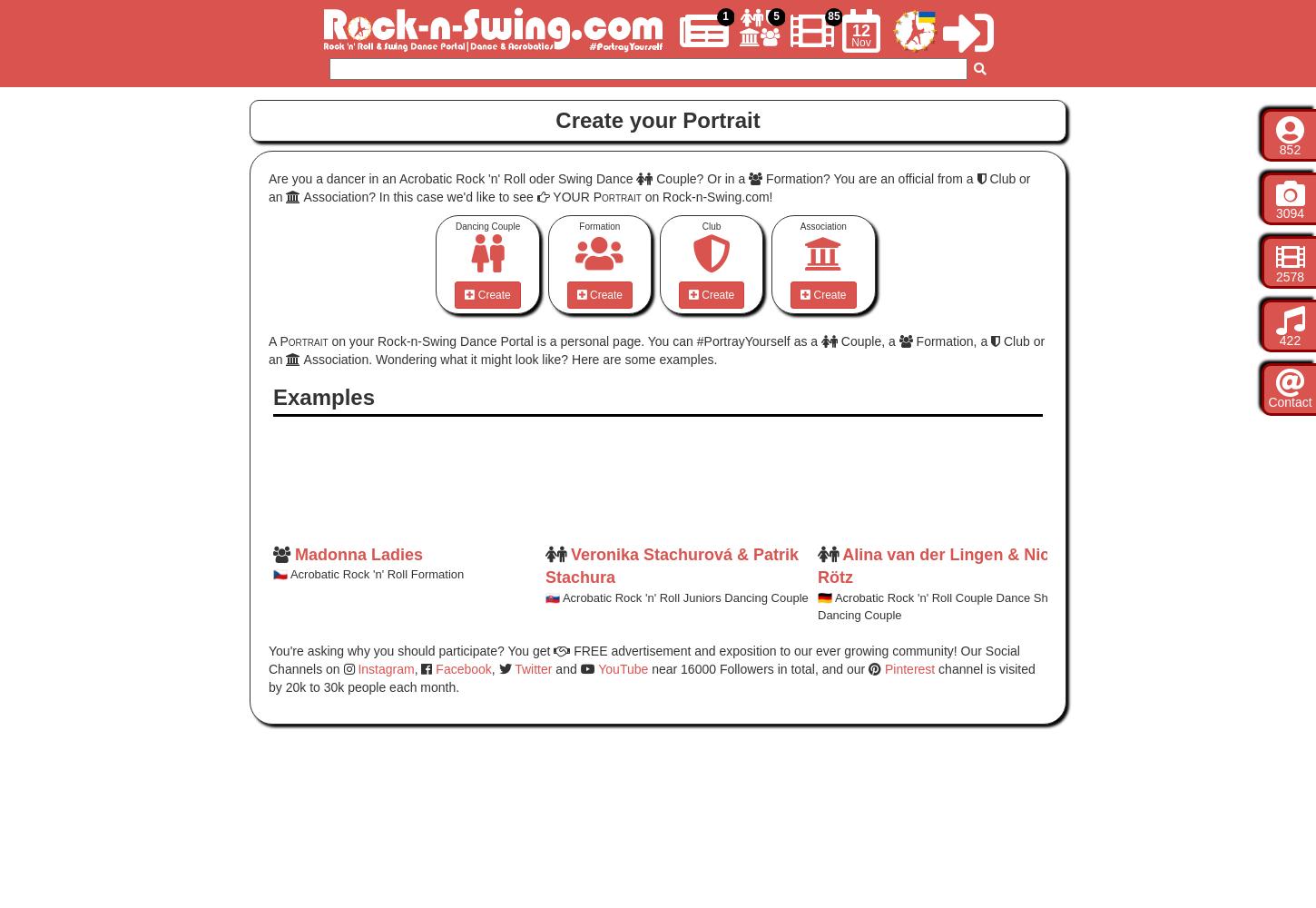 This screenshot has width=1316, height=908. What do you see at coordinates (323, 397) in the screenshot?
I see `'Examples'` at bounding box center [323, 397].